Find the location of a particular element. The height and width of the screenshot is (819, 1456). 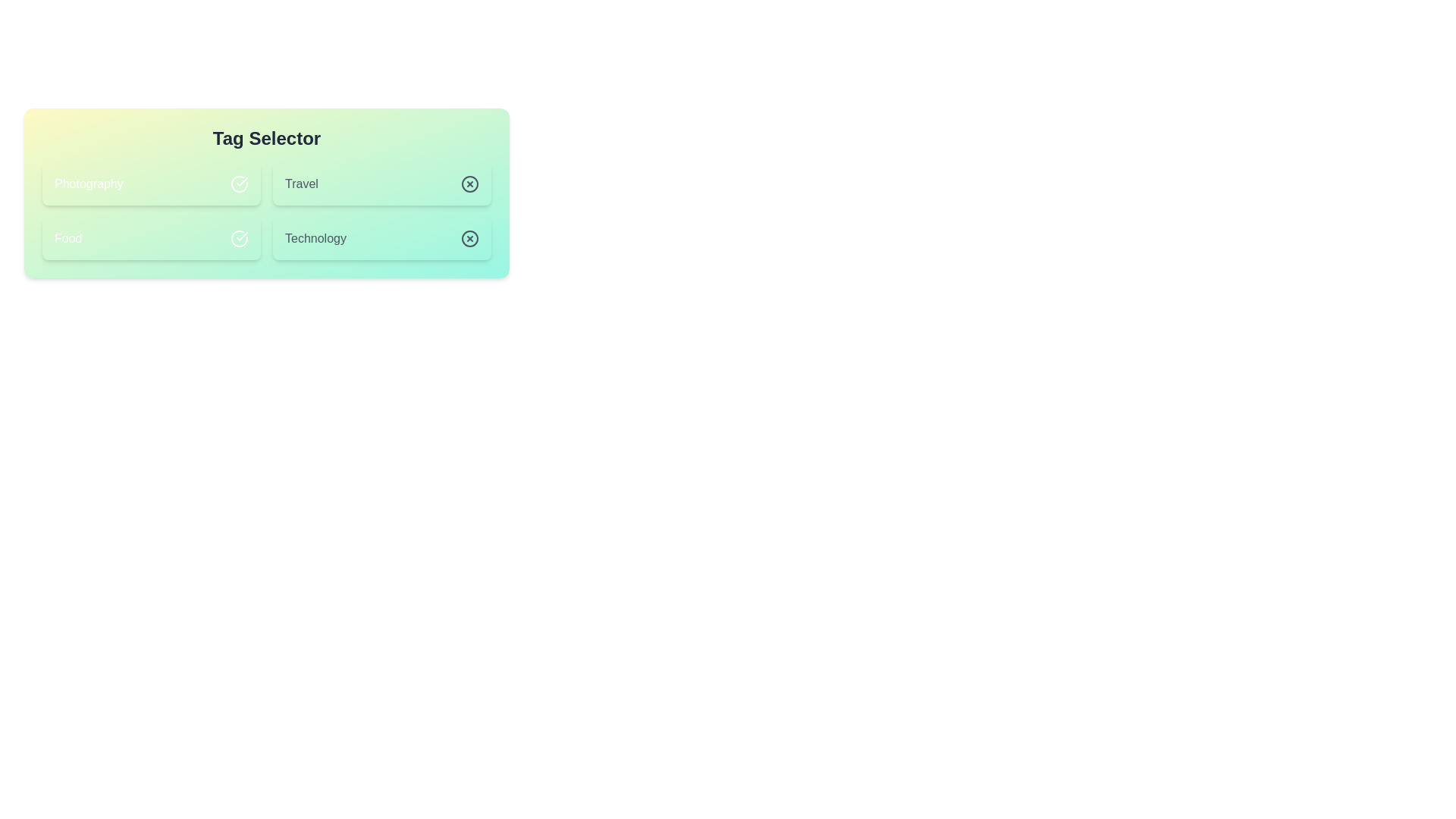

the tag Food to trigger its hover effect is located at coordinates (152, 239).